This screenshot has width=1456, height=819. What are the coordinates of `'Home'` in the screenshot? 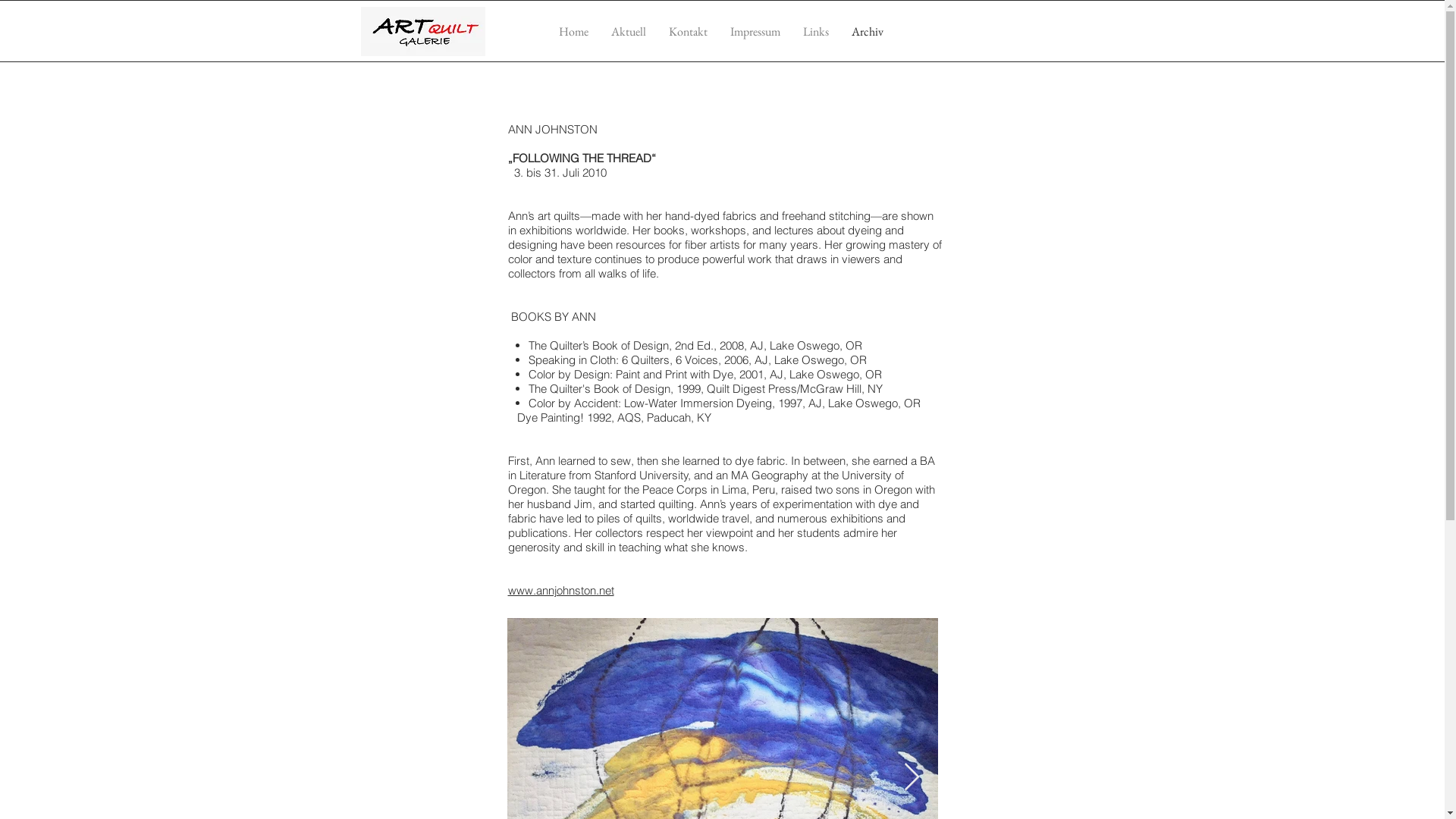 It's located at (573, 31).